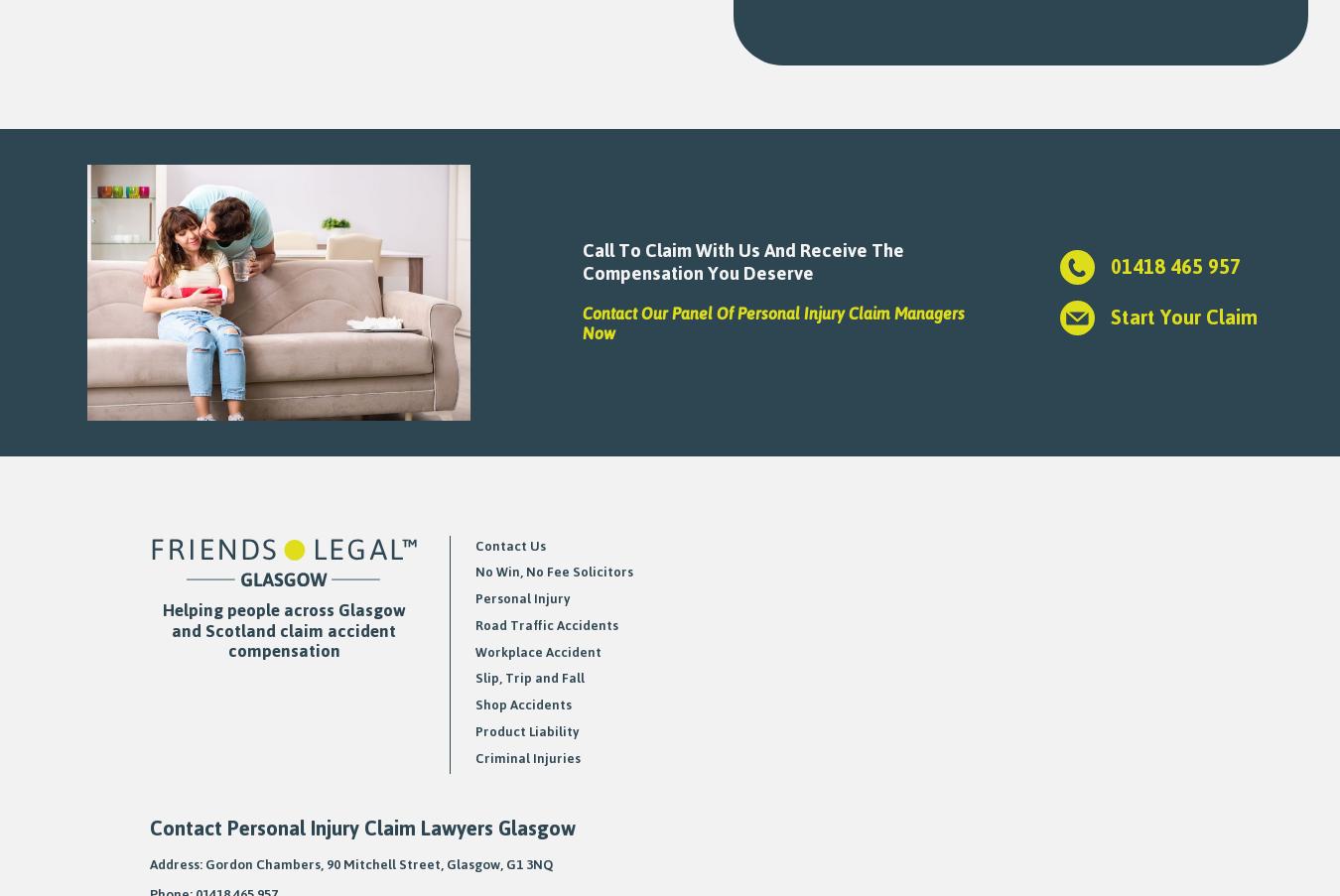 This screenshot has height=896, width=1340. What do you see at coordinates (545, 623) in the screenshot?
I see `'Road Traffic Accidents'` at bounding box center [545, 623].